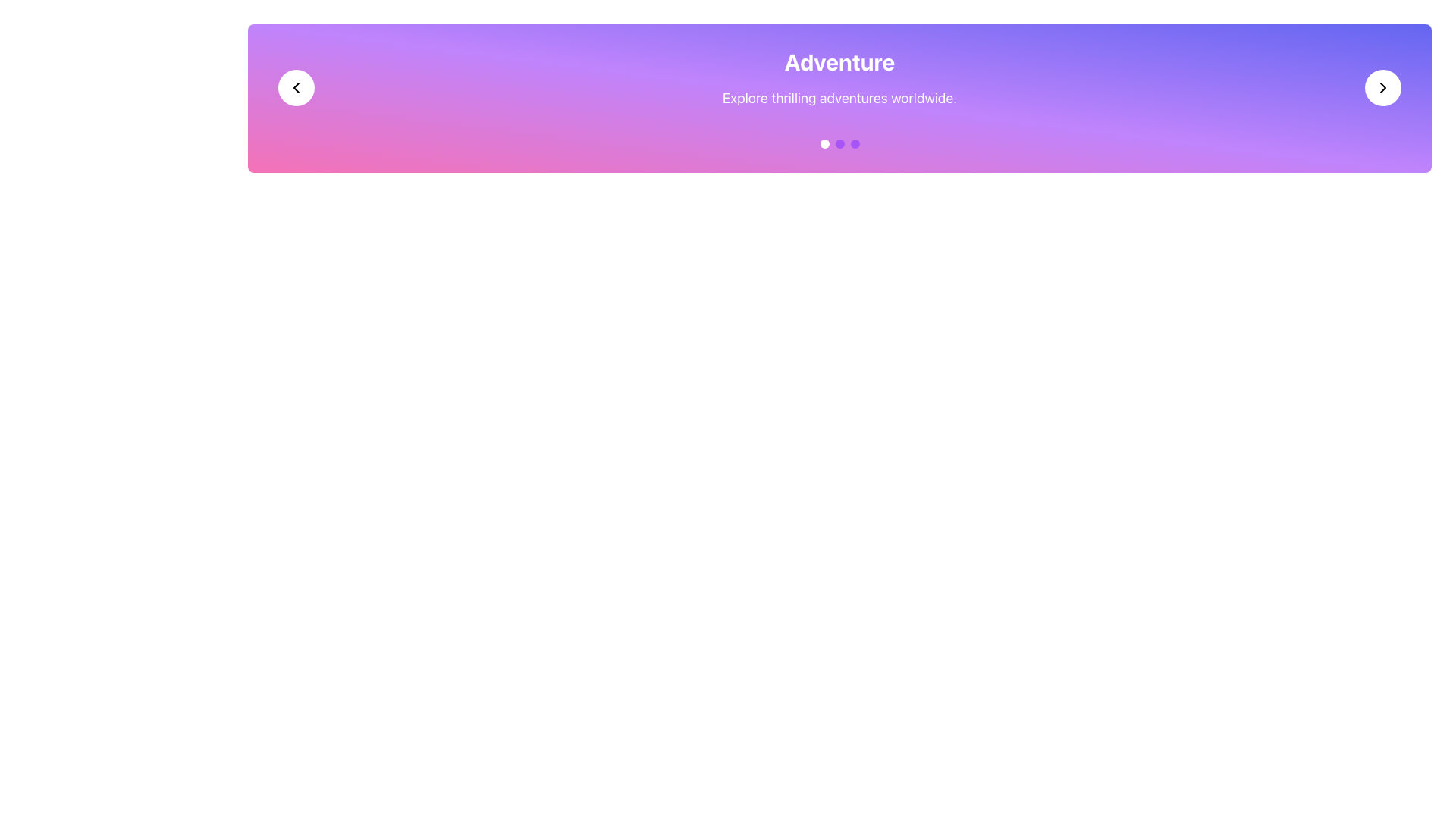  What do you see at coordinates (1383, 87) in the screenshot?
I see `the navigation icon button located at the right end of the banner component, which is contained within a white circular background` at bounding box center [1383, 87].